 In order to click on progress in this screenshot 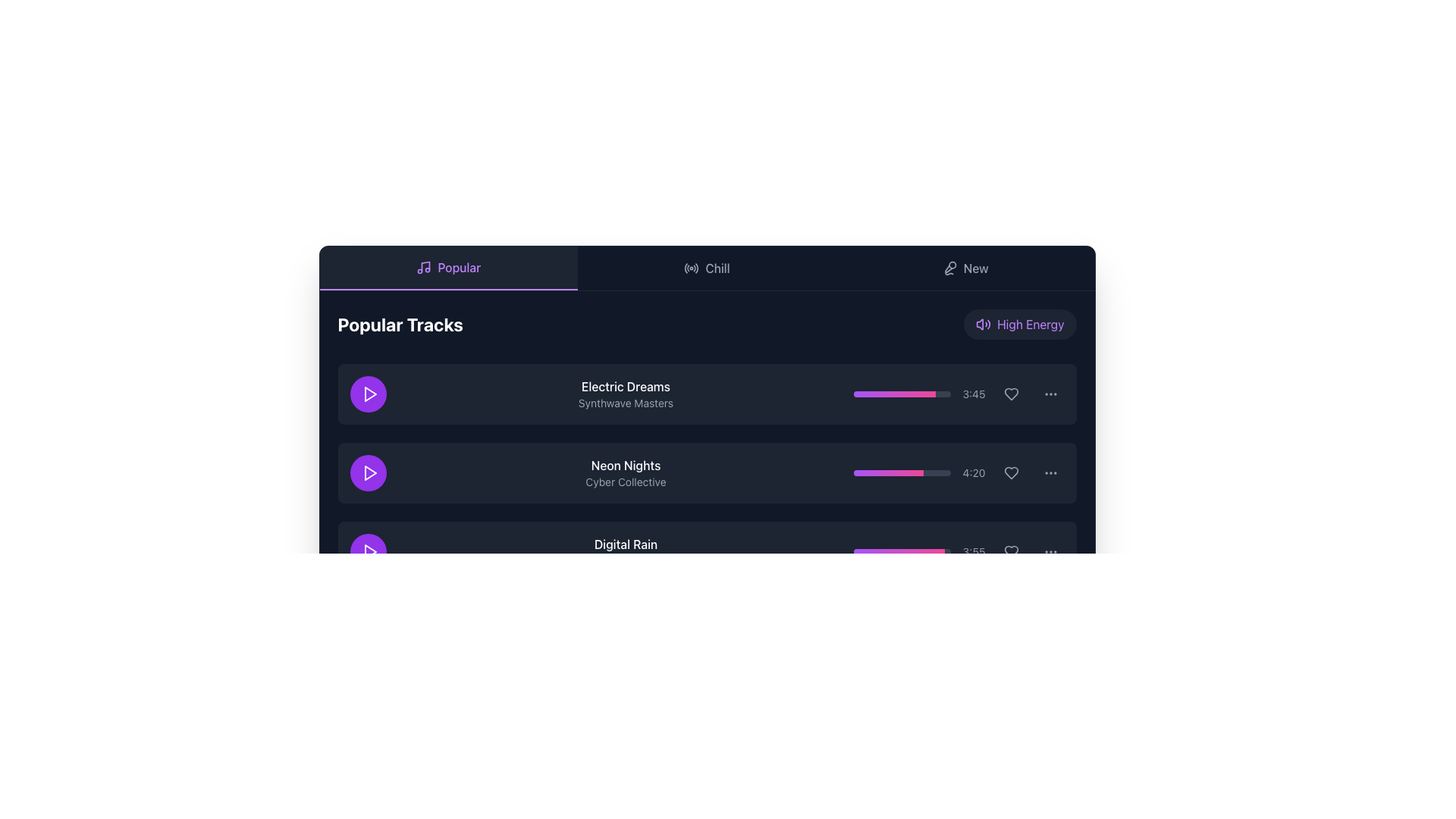, I will do `click(853, 472)`.